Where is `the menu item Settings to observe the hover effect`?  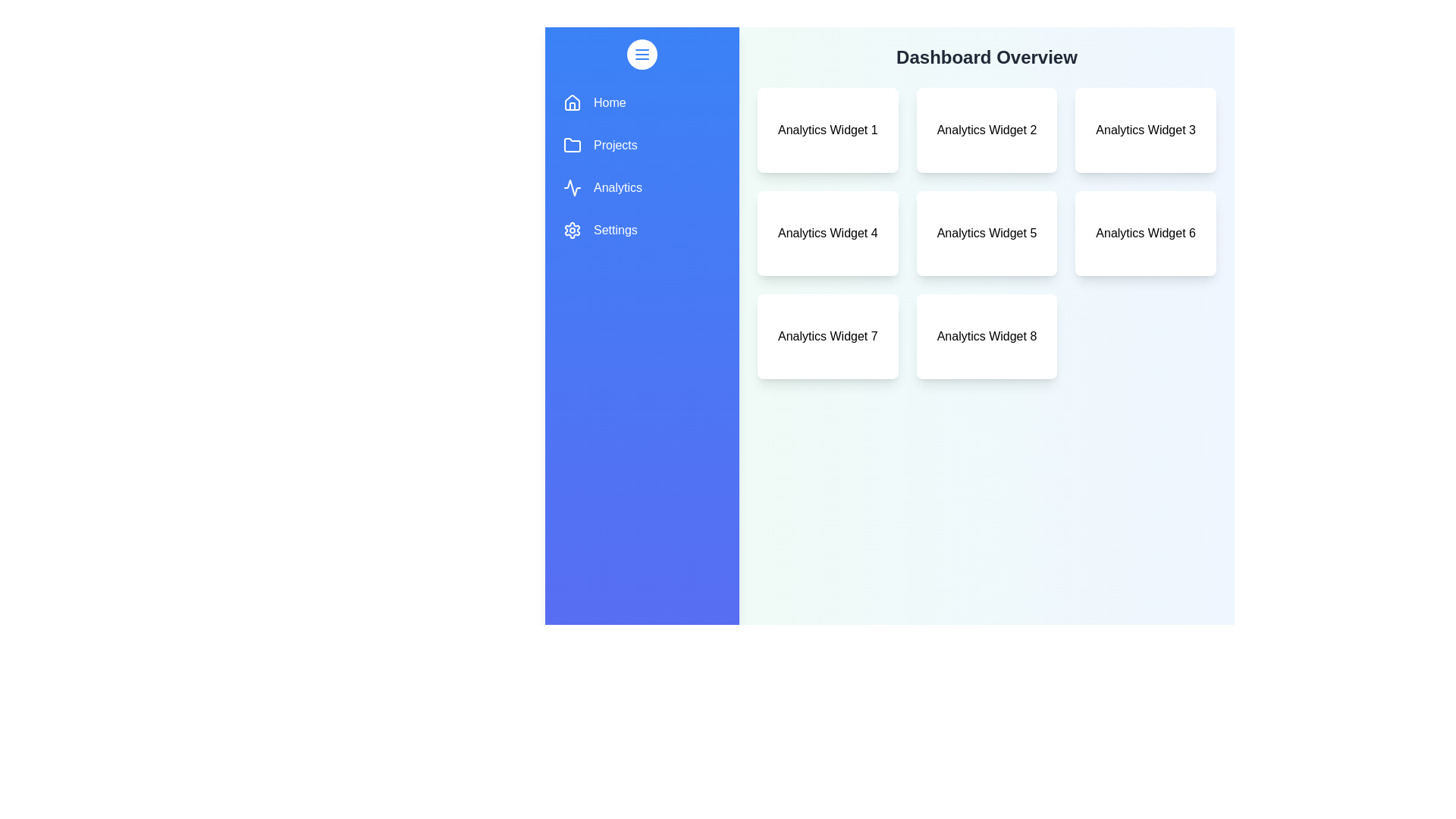 the menu item Settings to observe the hover effect is located at coordinates (642, 231).